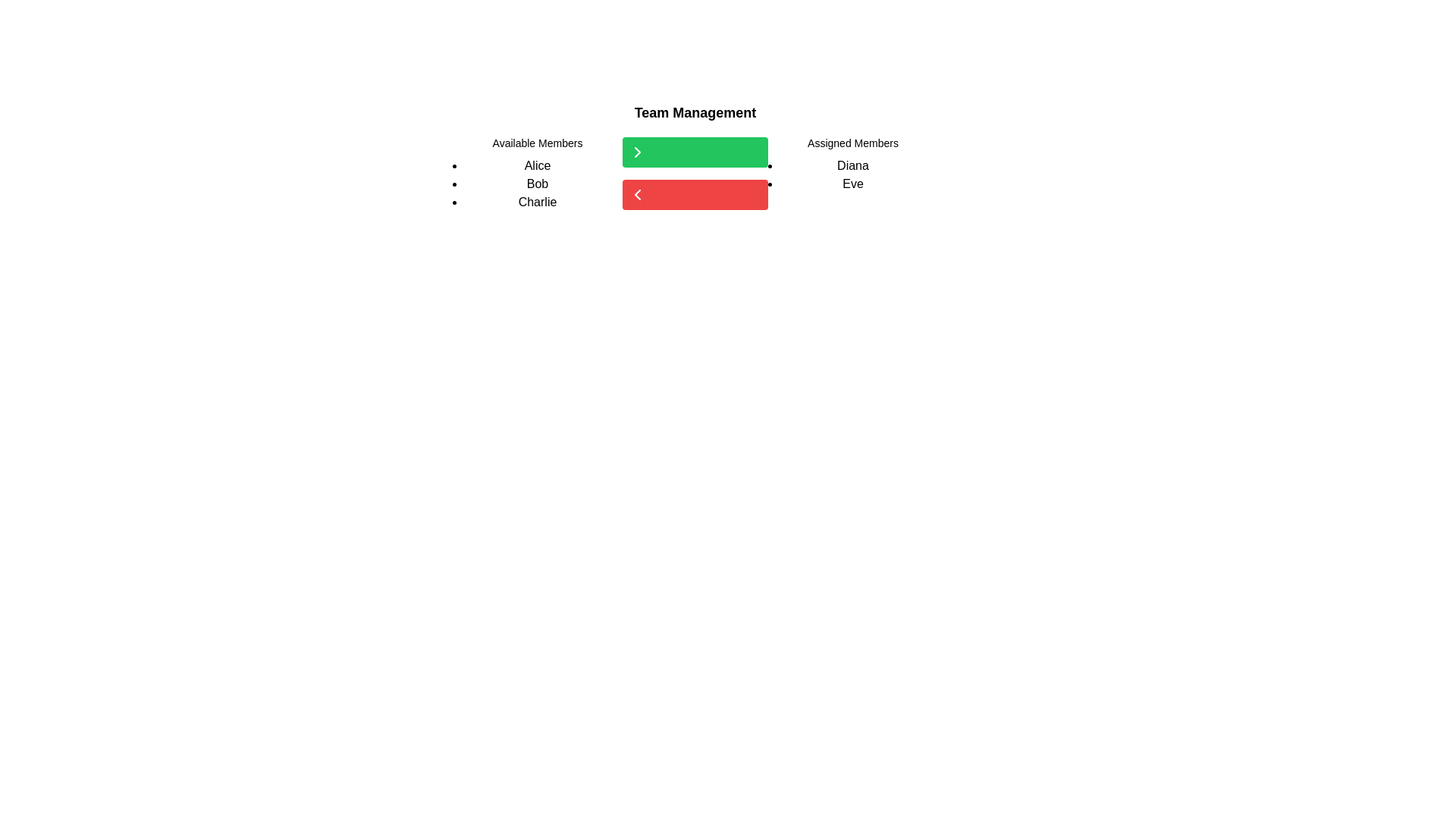 The width and height of the screenshot is (1456, 819). I want to click on the chevron icon located centrally within the red rectangular button, which is positioned between the 'Available Members' and 'Assigned Members' columns in the team management interface, so click(637, 194).